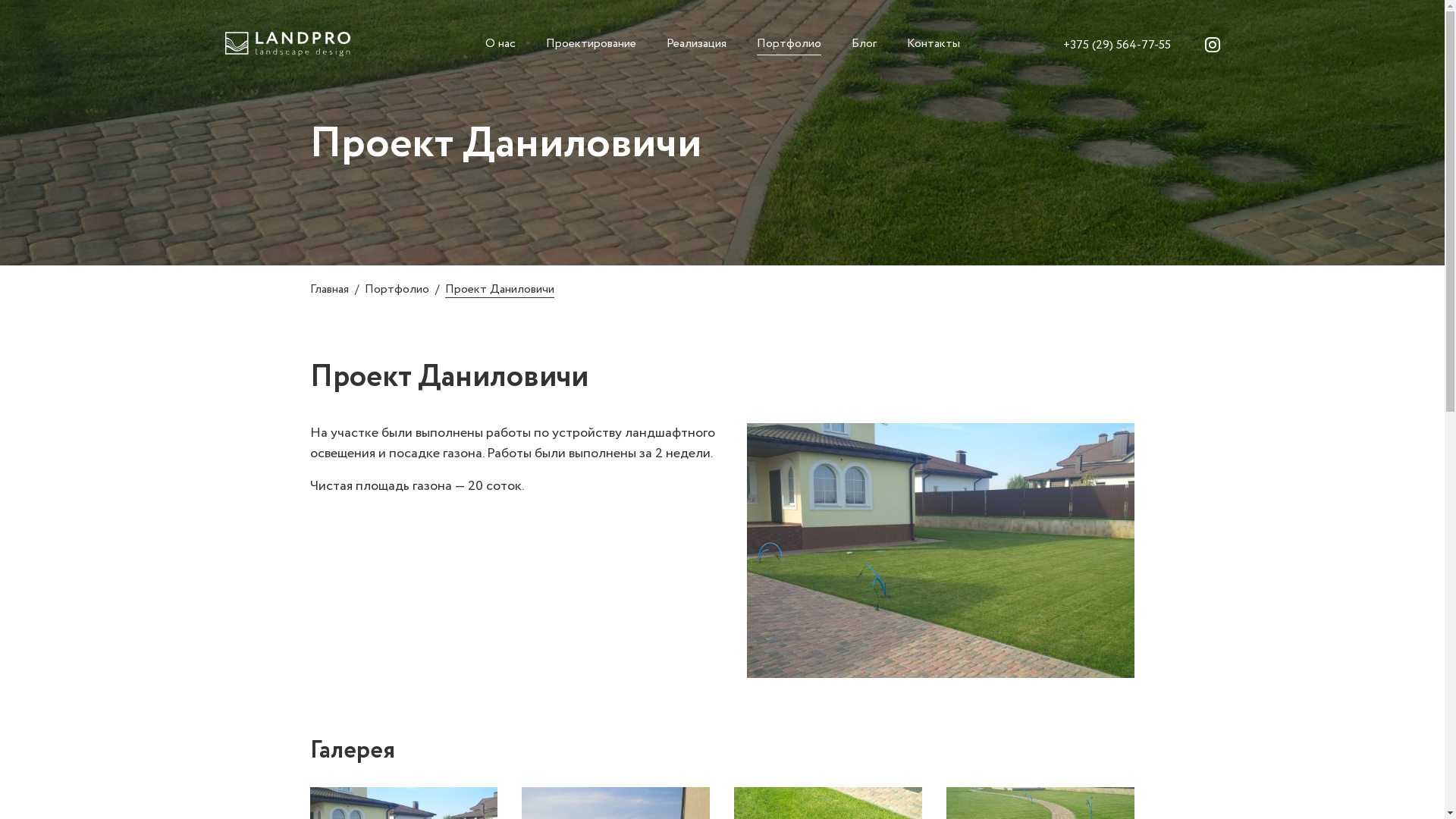  What do you see at coordinates (1117, 44) in the screenshot?
I see `'+375 (29) 564-77-55'` at bounding box center [1117, 44].